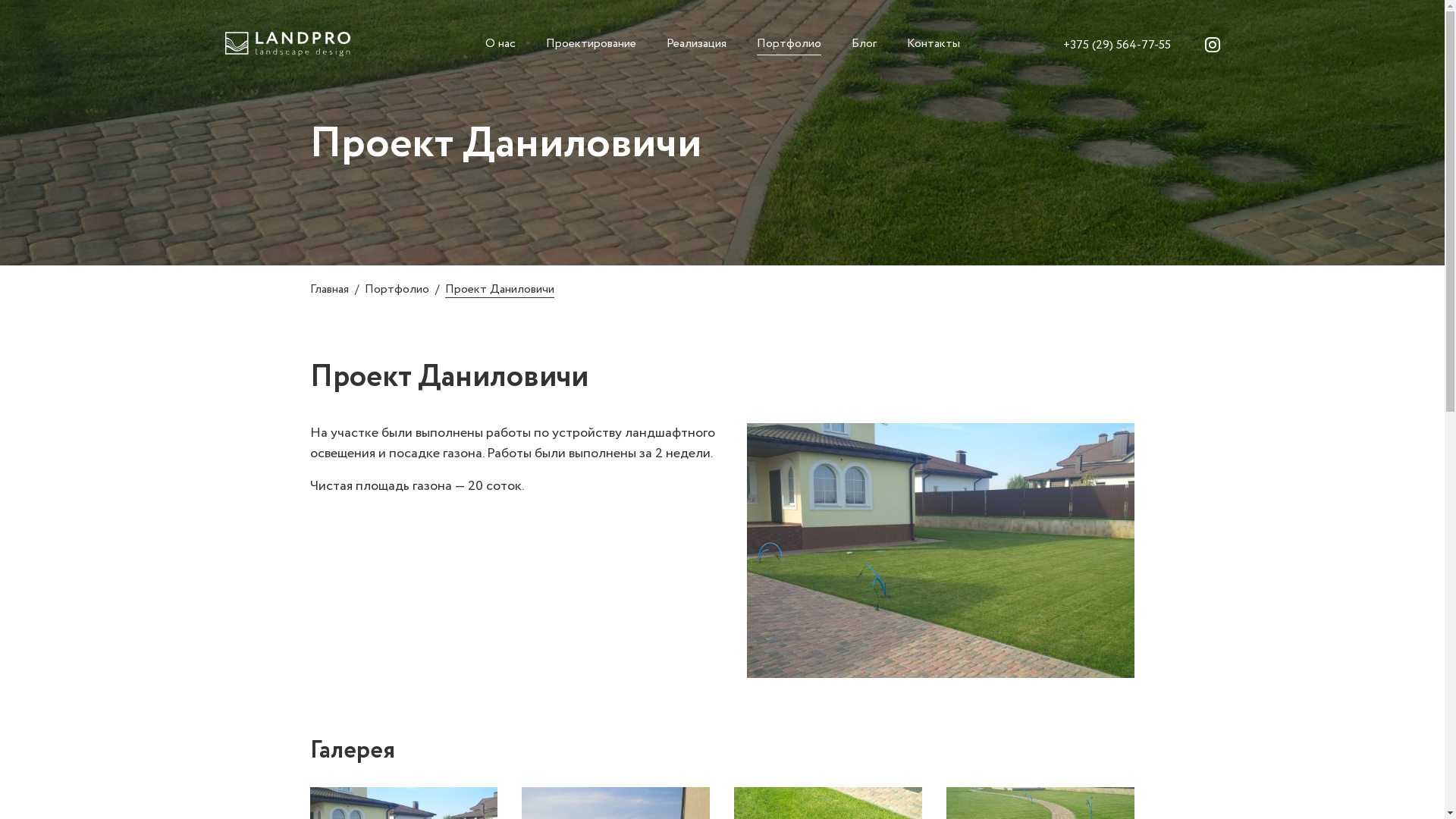  What do you see at coordinates (1117, 44) in the screenshot?
I see `'+375 (29) 564-77-55'` at bounding box center [1117, 44].